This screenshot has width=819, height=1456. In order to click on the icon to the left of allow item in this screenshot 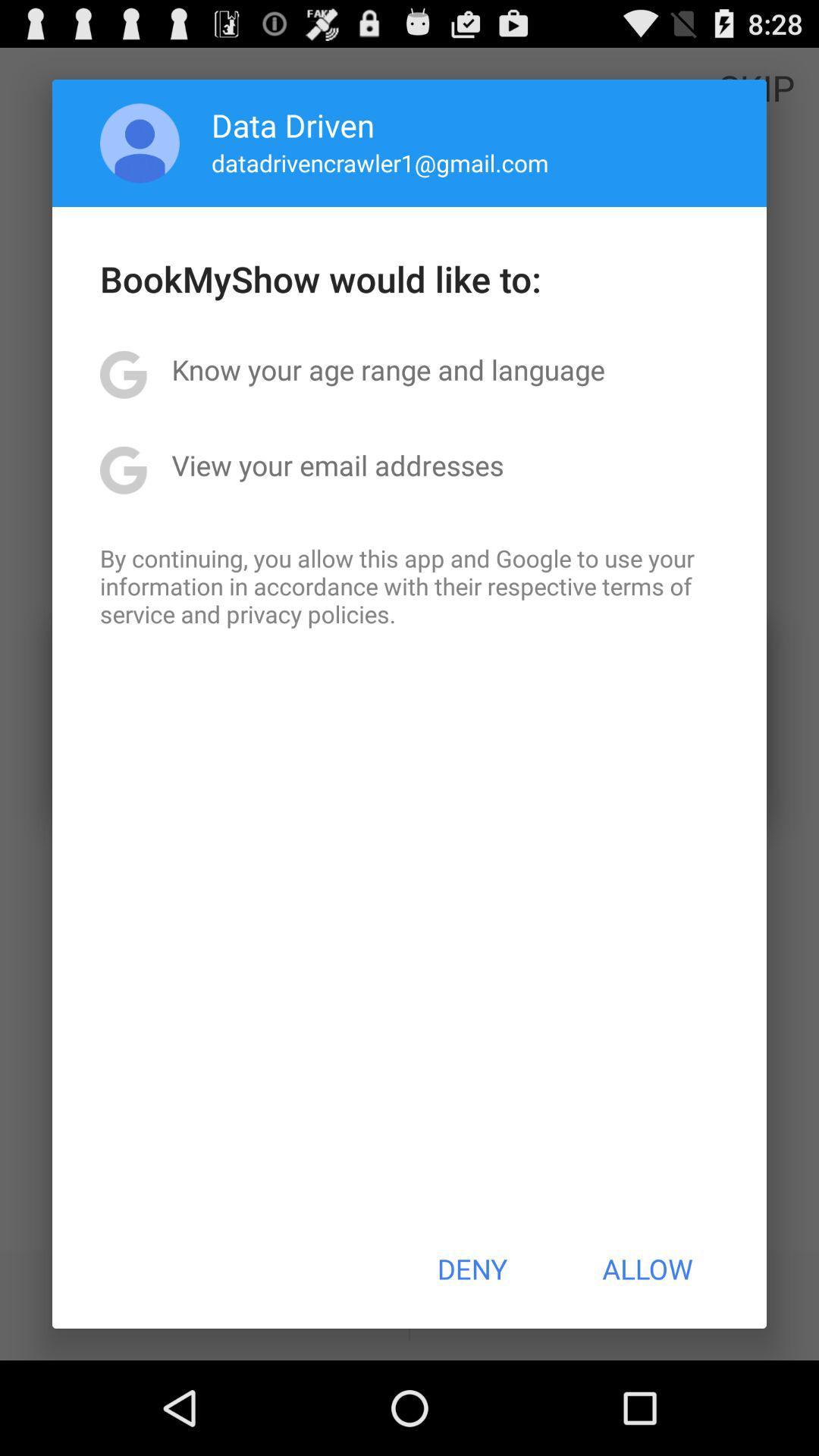, I will do `click(471, 1269)`.